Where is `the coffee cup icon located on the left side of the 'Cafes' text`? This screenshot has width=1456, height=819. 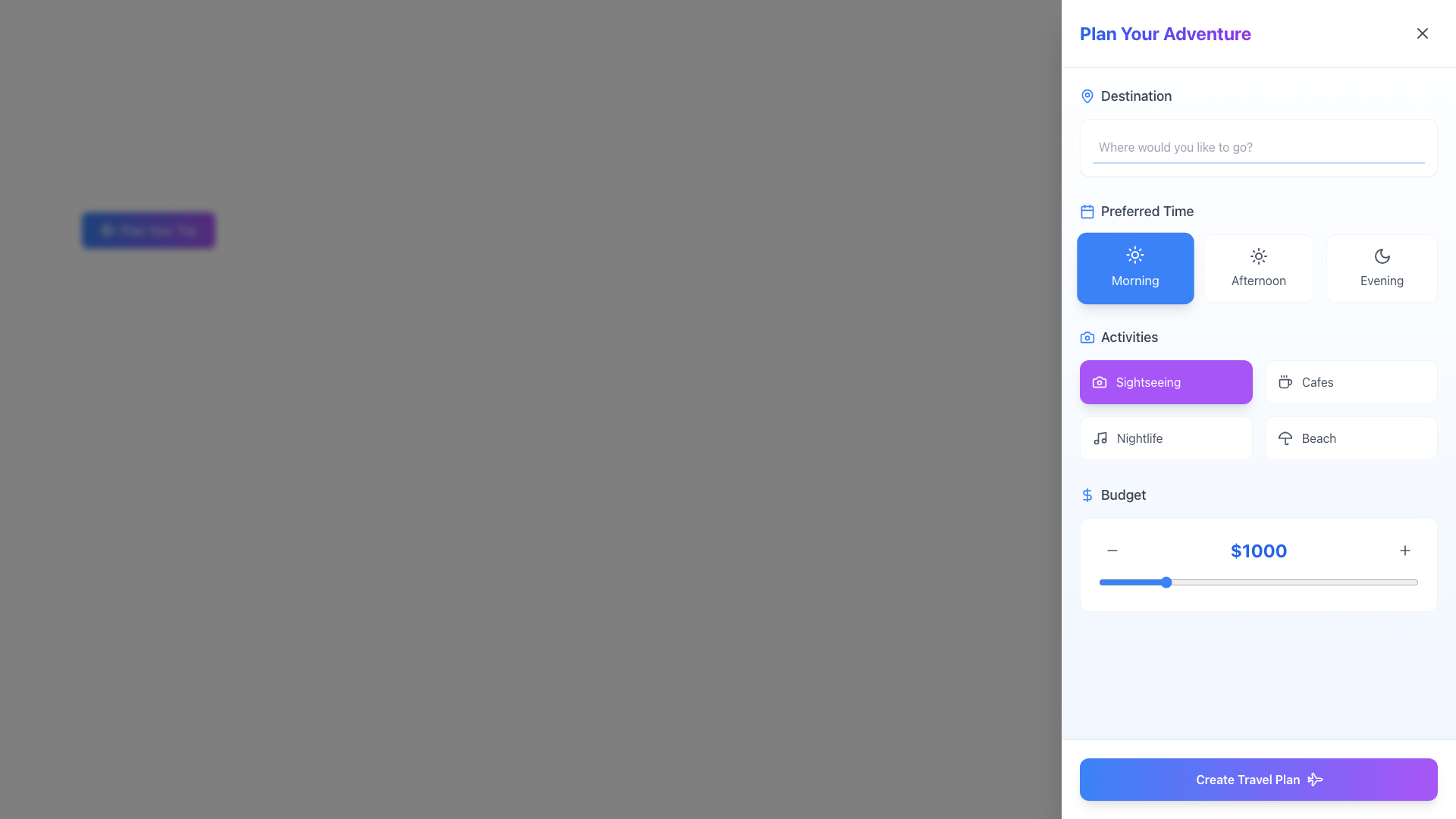
the coffee cup icon located on the left side of the 'Cafes' text is located at coordinates (1284, 381).